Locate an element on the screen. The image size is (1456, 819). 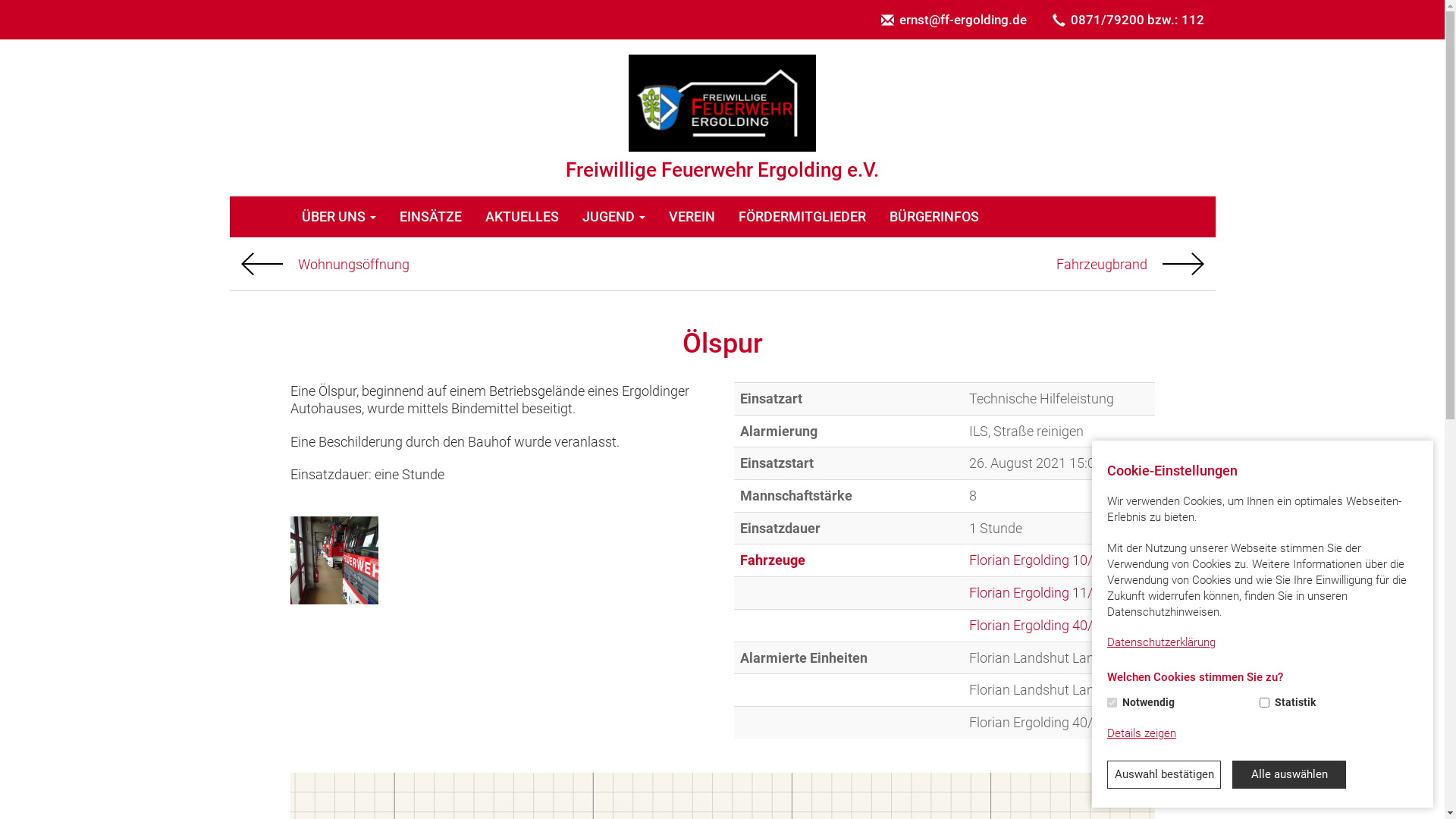
'Florian Ergolding 11/1' is located at coordinates (1034, 591).